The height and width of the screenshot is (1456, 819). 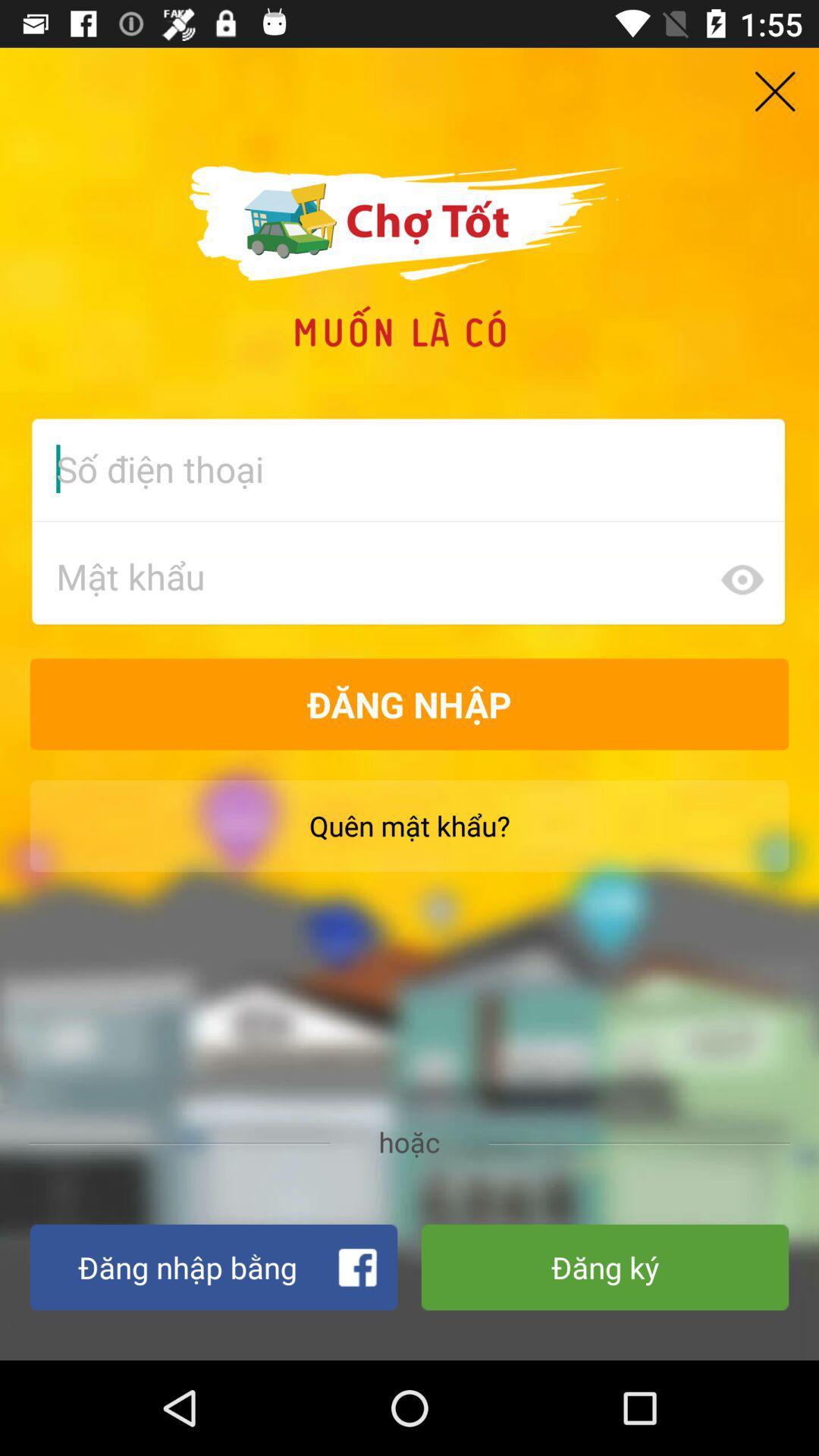 What do you see at coordinates (775, 90) in the screenshot?
I see `the close icon` at bounding box center [775, 90].